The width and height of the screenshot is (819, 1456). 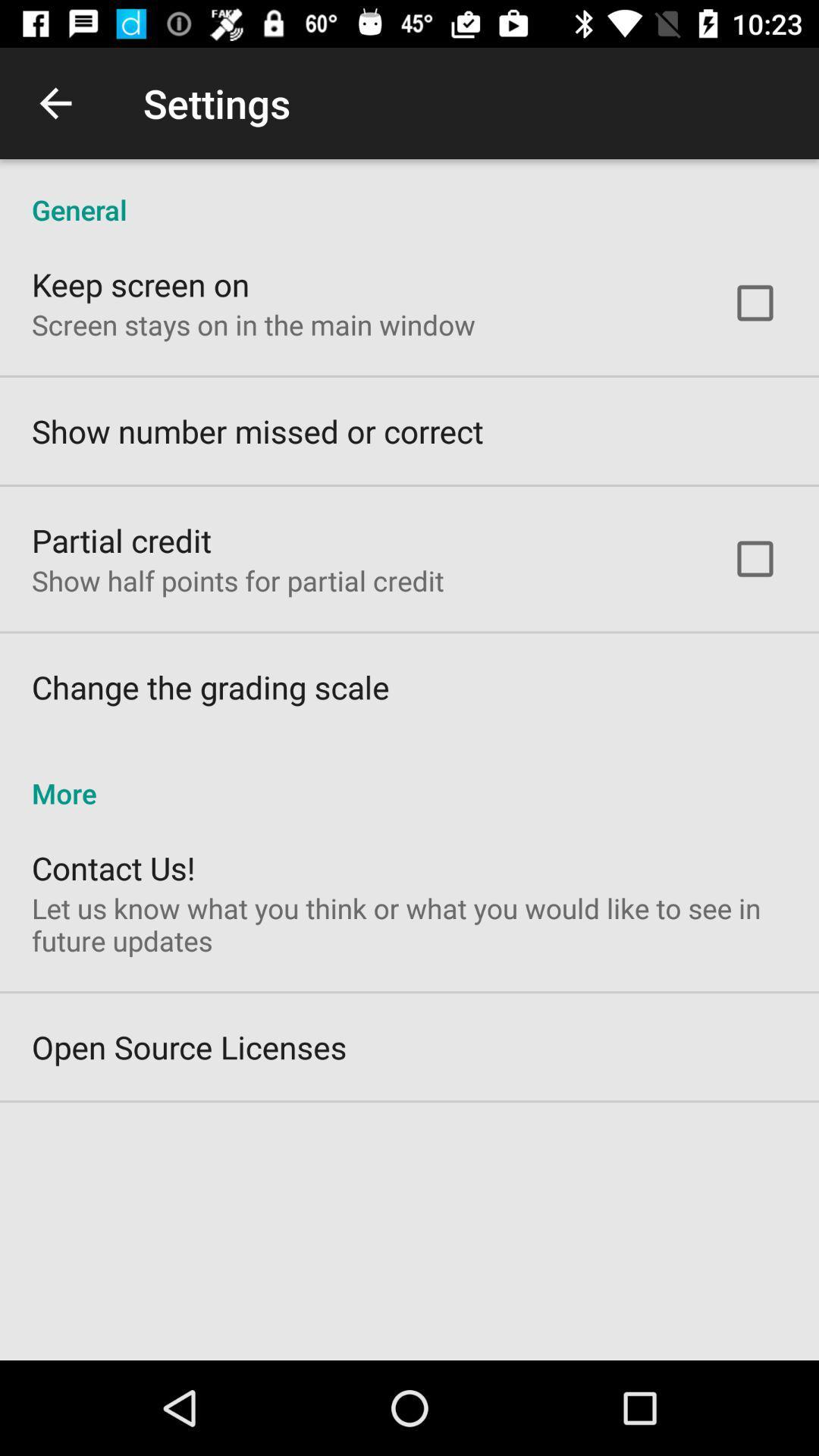 I want to click on open source licenses item, so click(x=188, y=1046).